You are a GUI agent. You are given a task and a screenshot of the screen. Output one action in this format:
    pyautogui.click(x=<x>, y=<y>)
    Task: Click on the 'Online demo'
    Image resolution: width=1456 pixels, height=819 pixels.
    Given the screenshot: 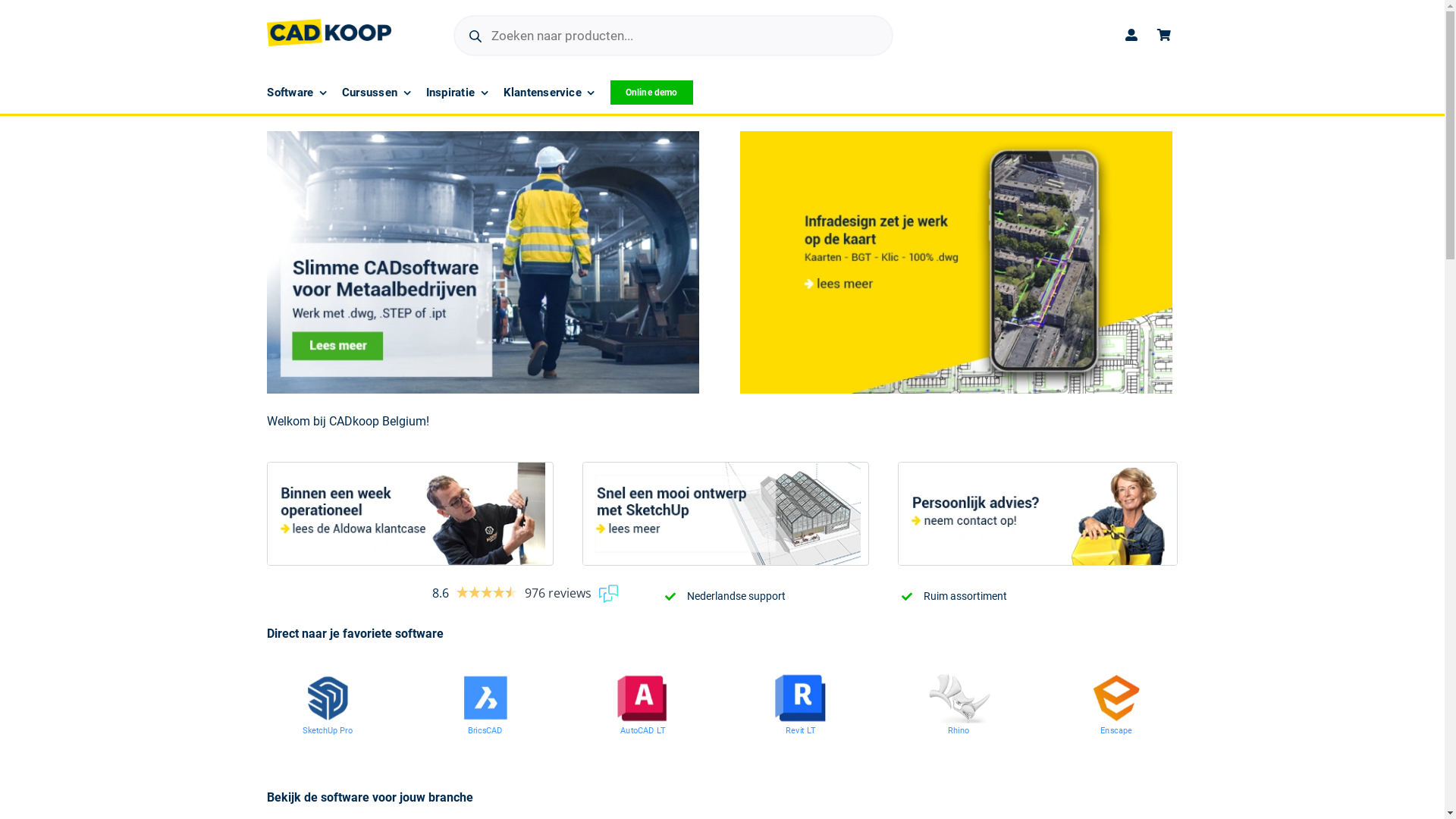 What is the action you would take?
    pyautogui.click(x=651, y=93)
    